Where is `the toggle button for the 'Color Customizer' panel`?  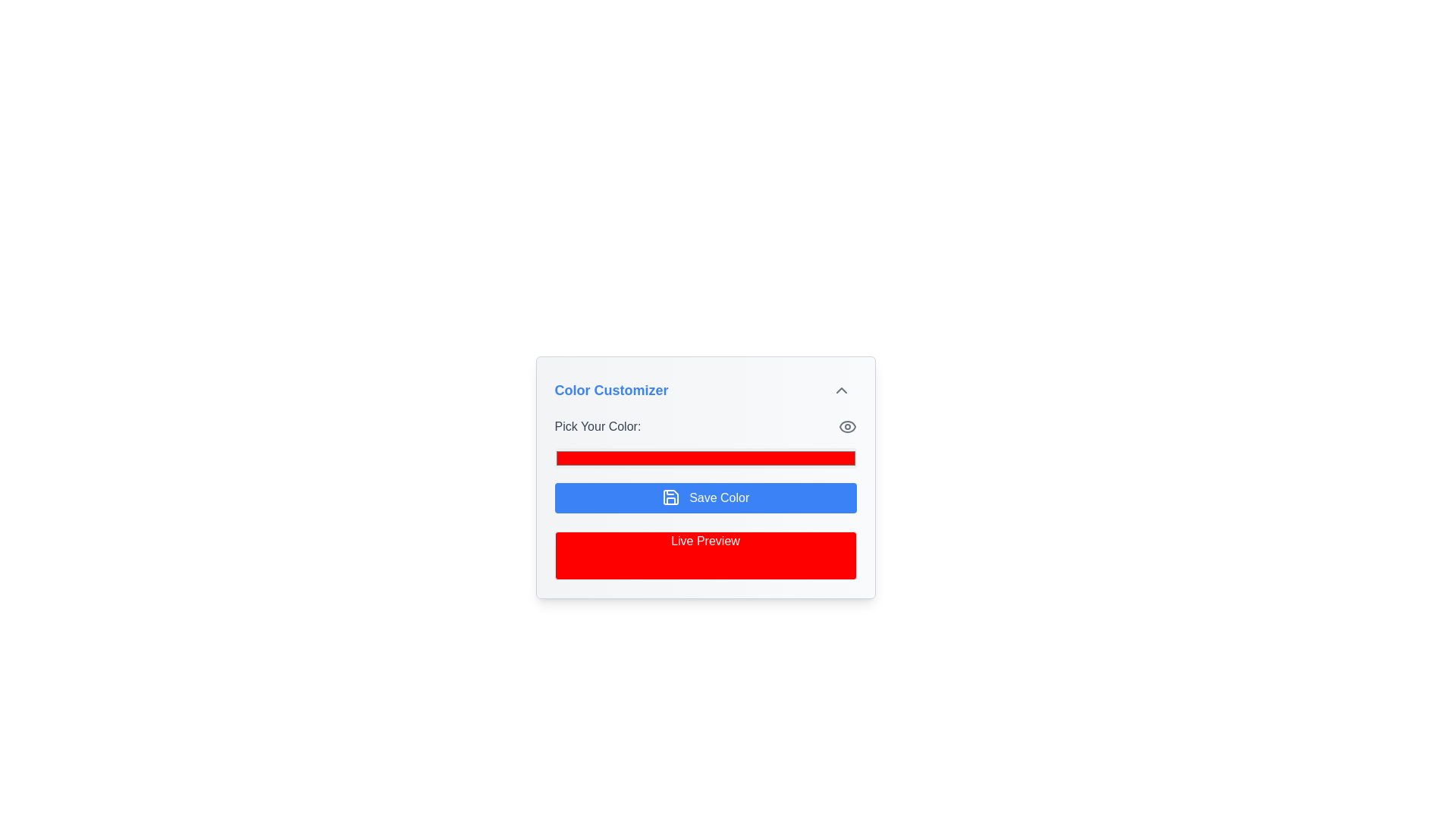 the toggle button for the 'Color Customizer' panel is located at coordinates (840, 390).